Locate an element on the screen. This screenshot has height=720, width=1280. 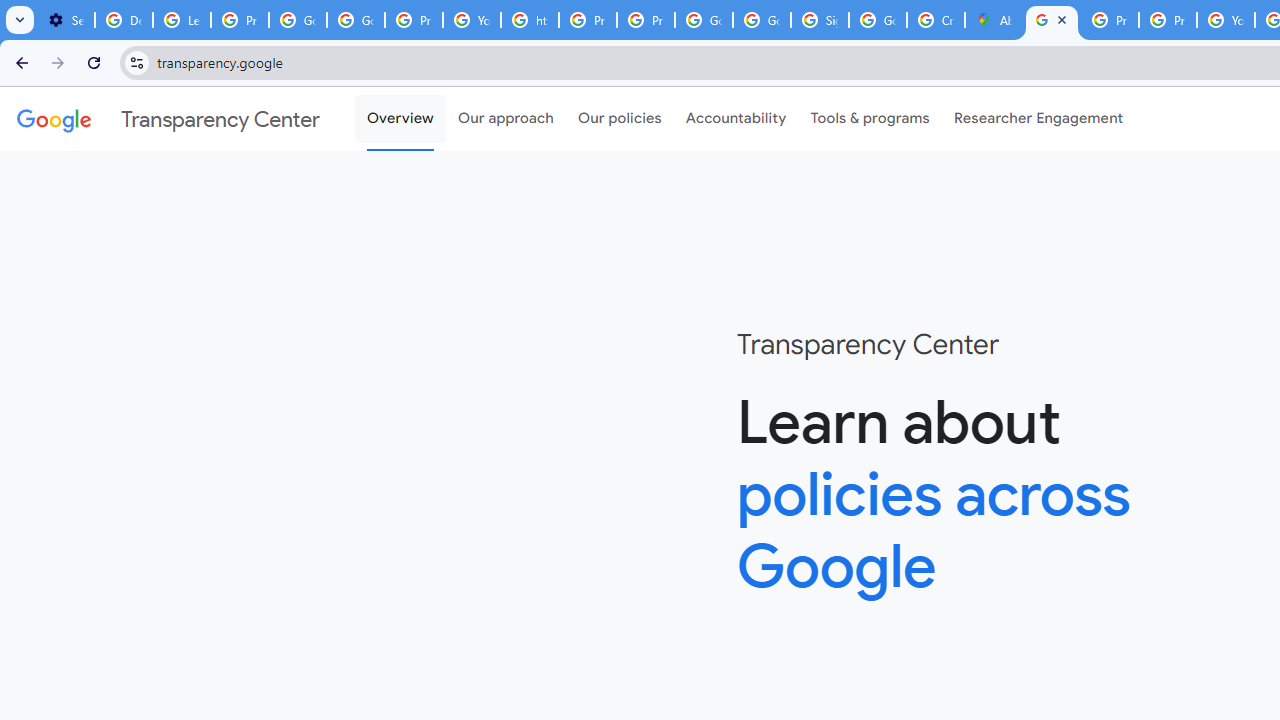
'Accountability' is located at coordinates (735, 119).